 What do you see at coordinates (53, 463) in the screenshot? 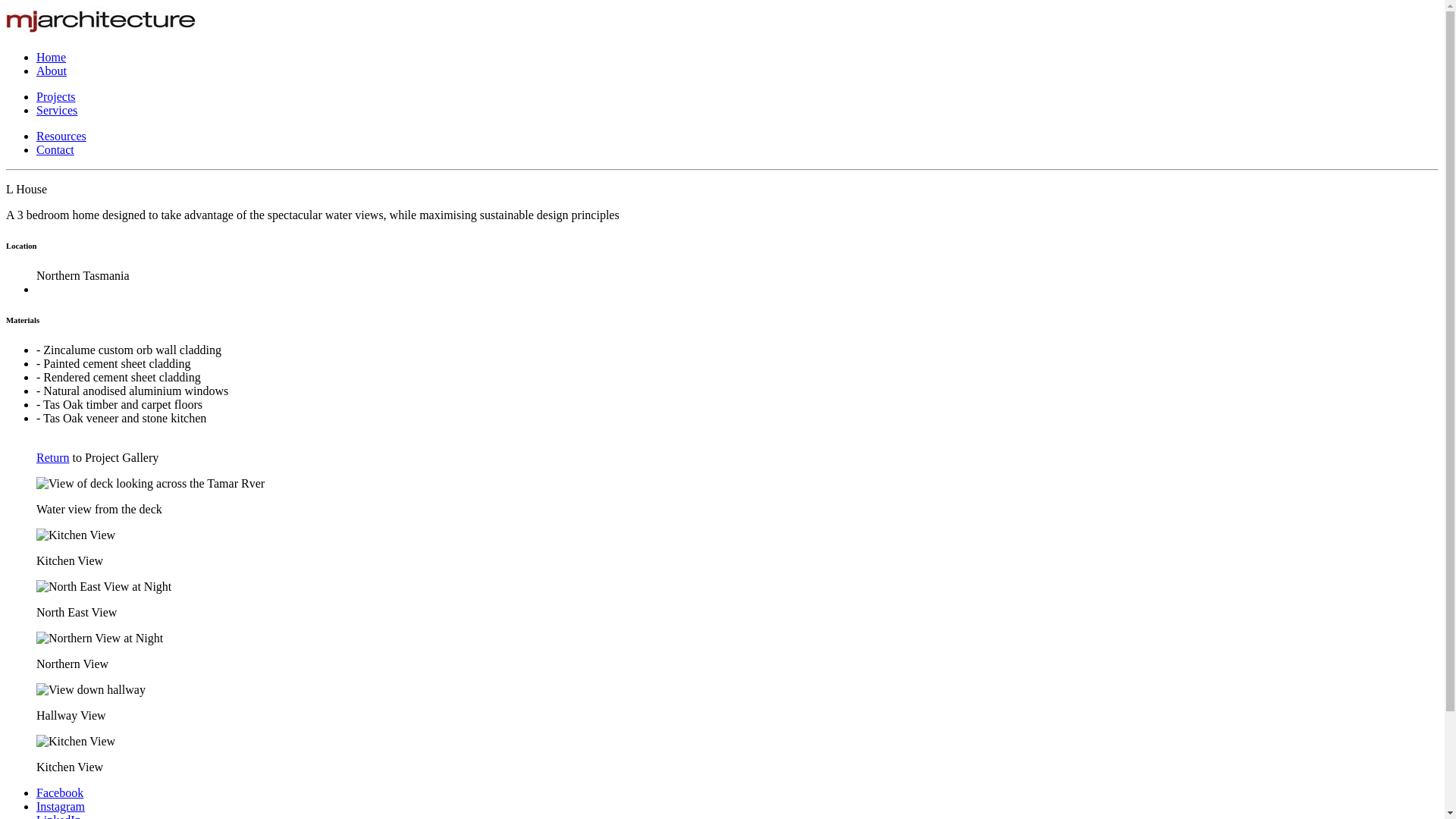
I see `'Return'` at bounding box center [53, 463].